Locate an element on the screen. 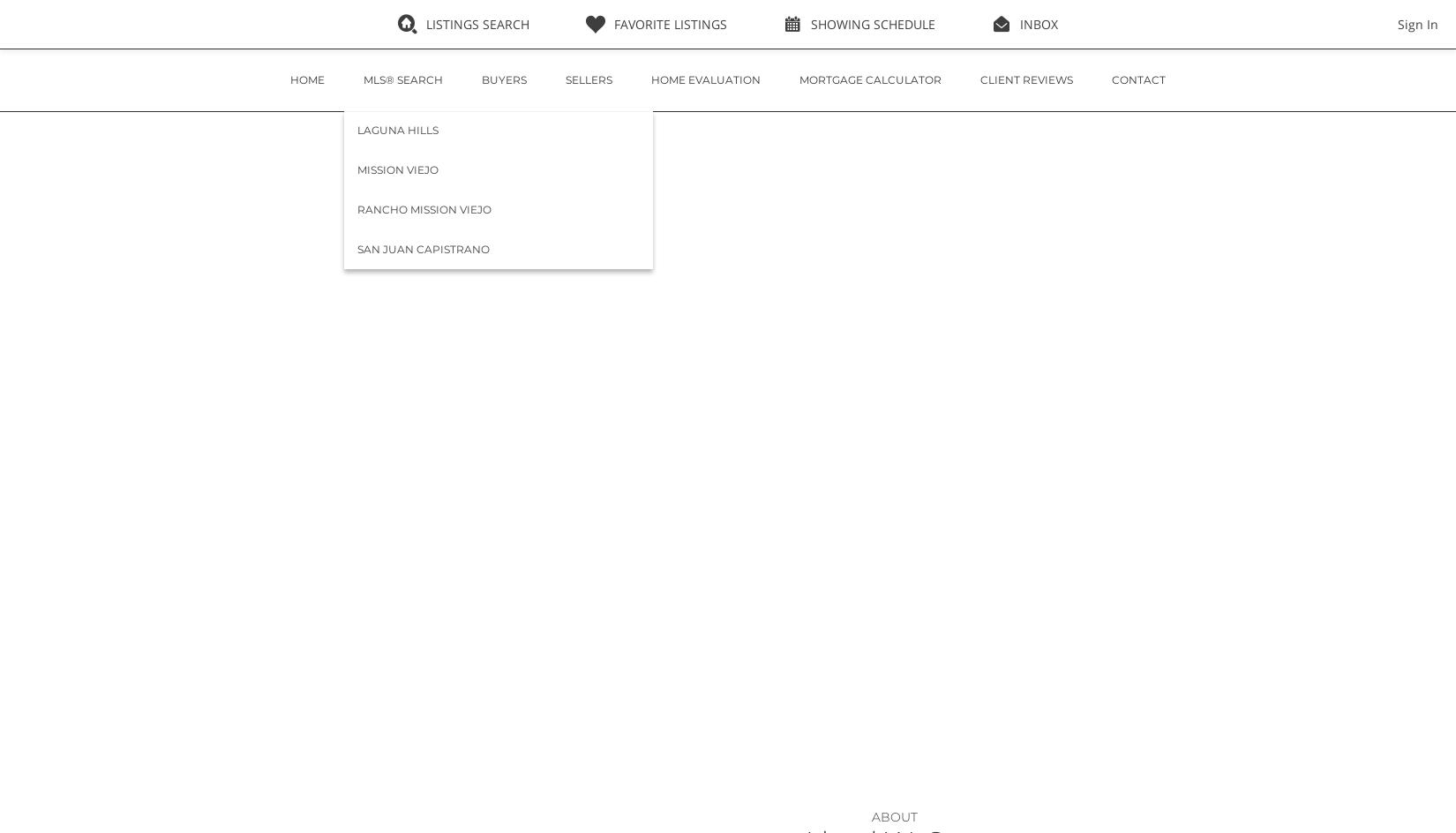 Image resolution: width=1456 pixels, height=833 pixels. 'Contact' is located at coordinates (1110, 79).